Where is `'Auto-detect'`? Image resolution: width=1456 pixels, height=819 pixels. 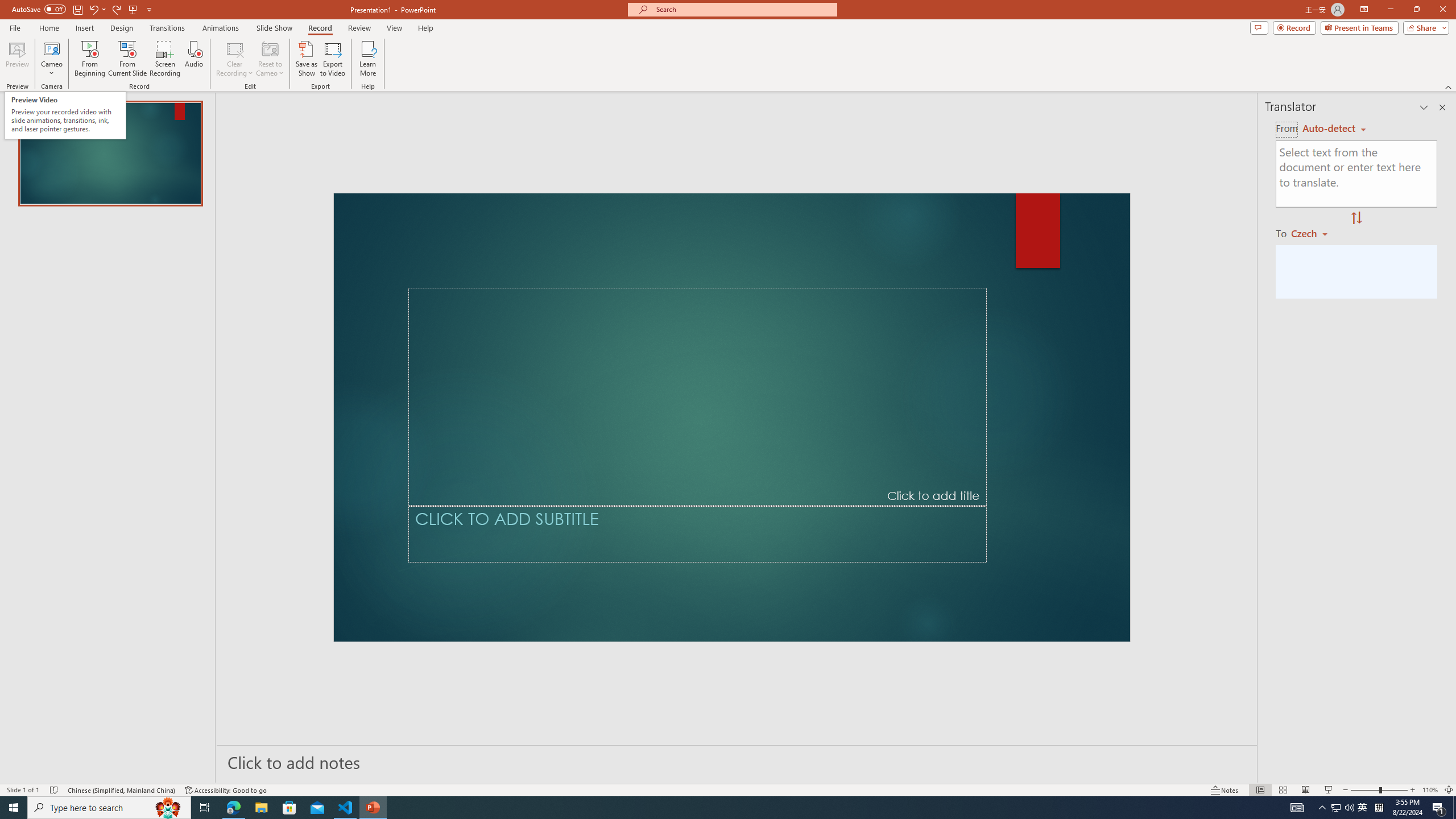
'Auto-detect' is located at coordinates (1334, 128).